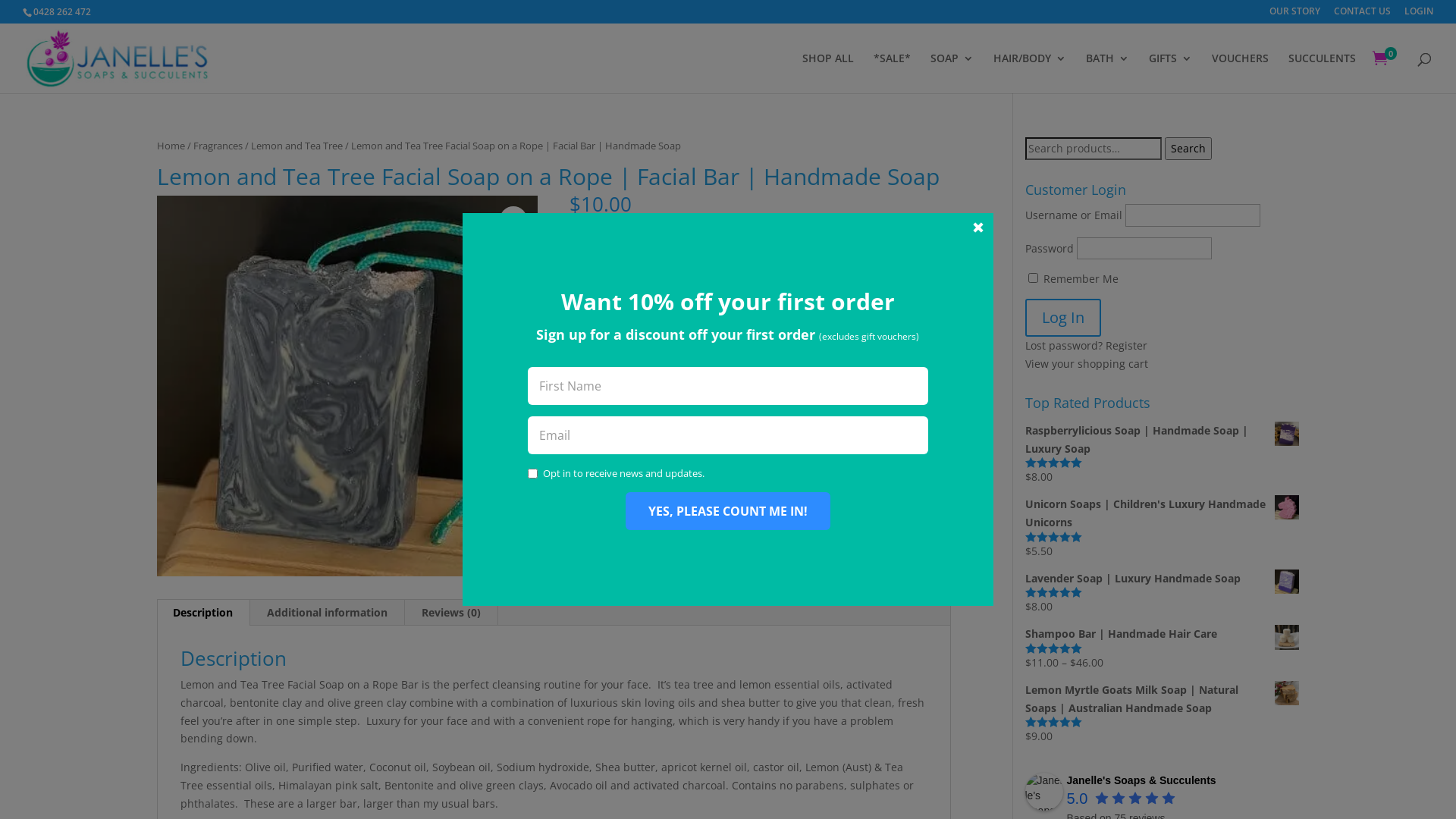  What do you see at coordinates (1187, 149) in the screenshot?
I see `'Search'` at bounding box center [1187, 149].